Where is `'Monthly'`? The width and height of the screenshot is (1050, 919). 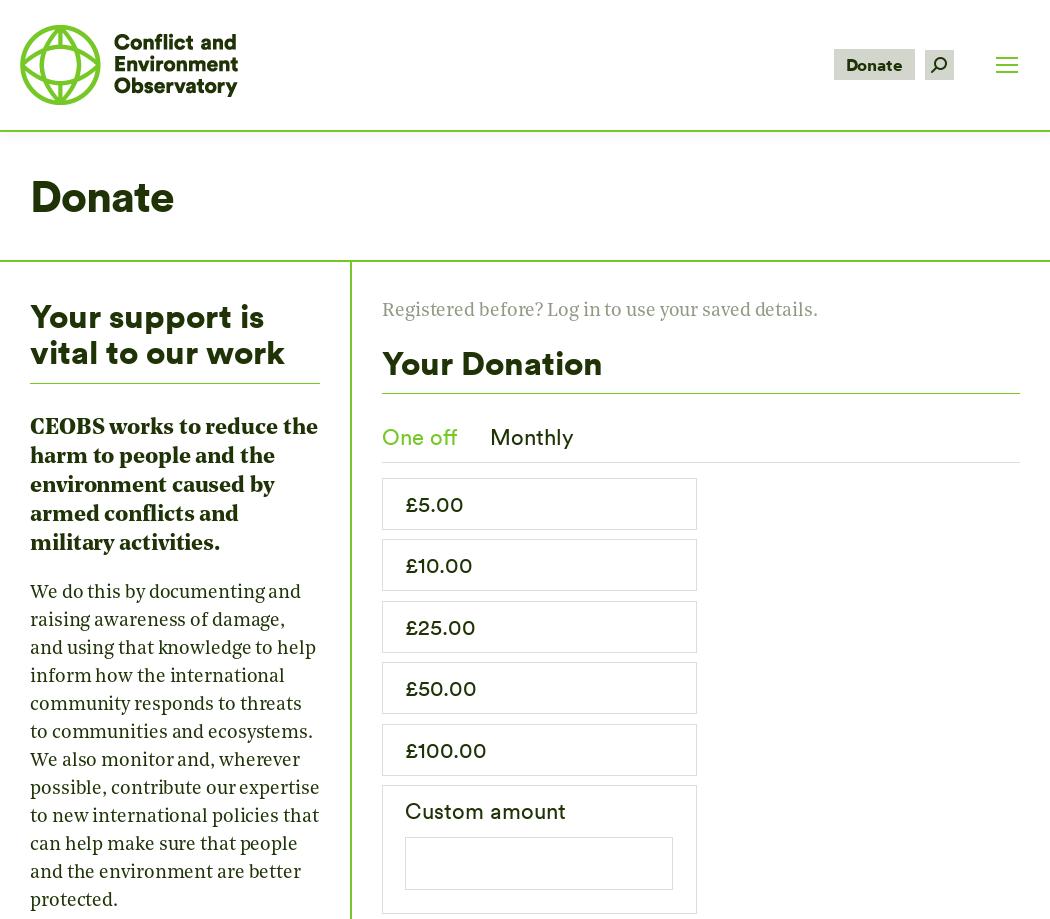 'Monthly' is located at coordinates (488, 435).